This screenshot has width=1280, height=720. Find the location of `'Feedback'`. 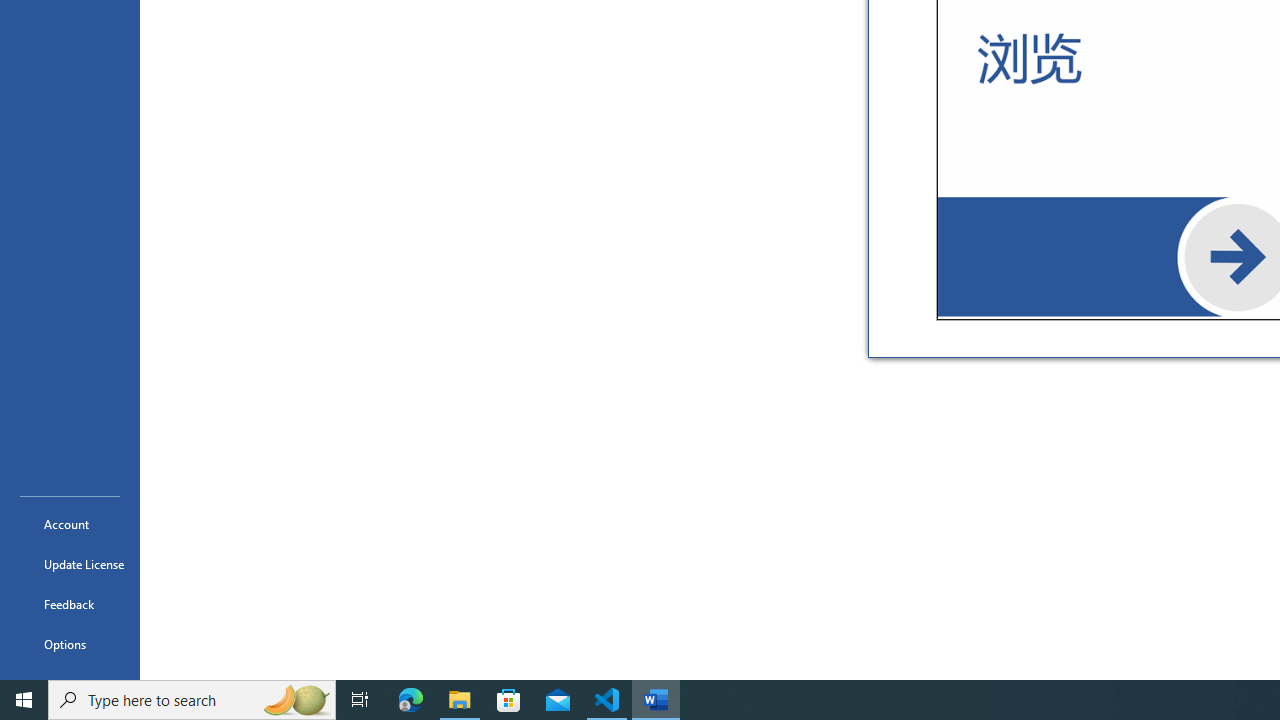

'Feedback' is located at coordinates (69, 603).